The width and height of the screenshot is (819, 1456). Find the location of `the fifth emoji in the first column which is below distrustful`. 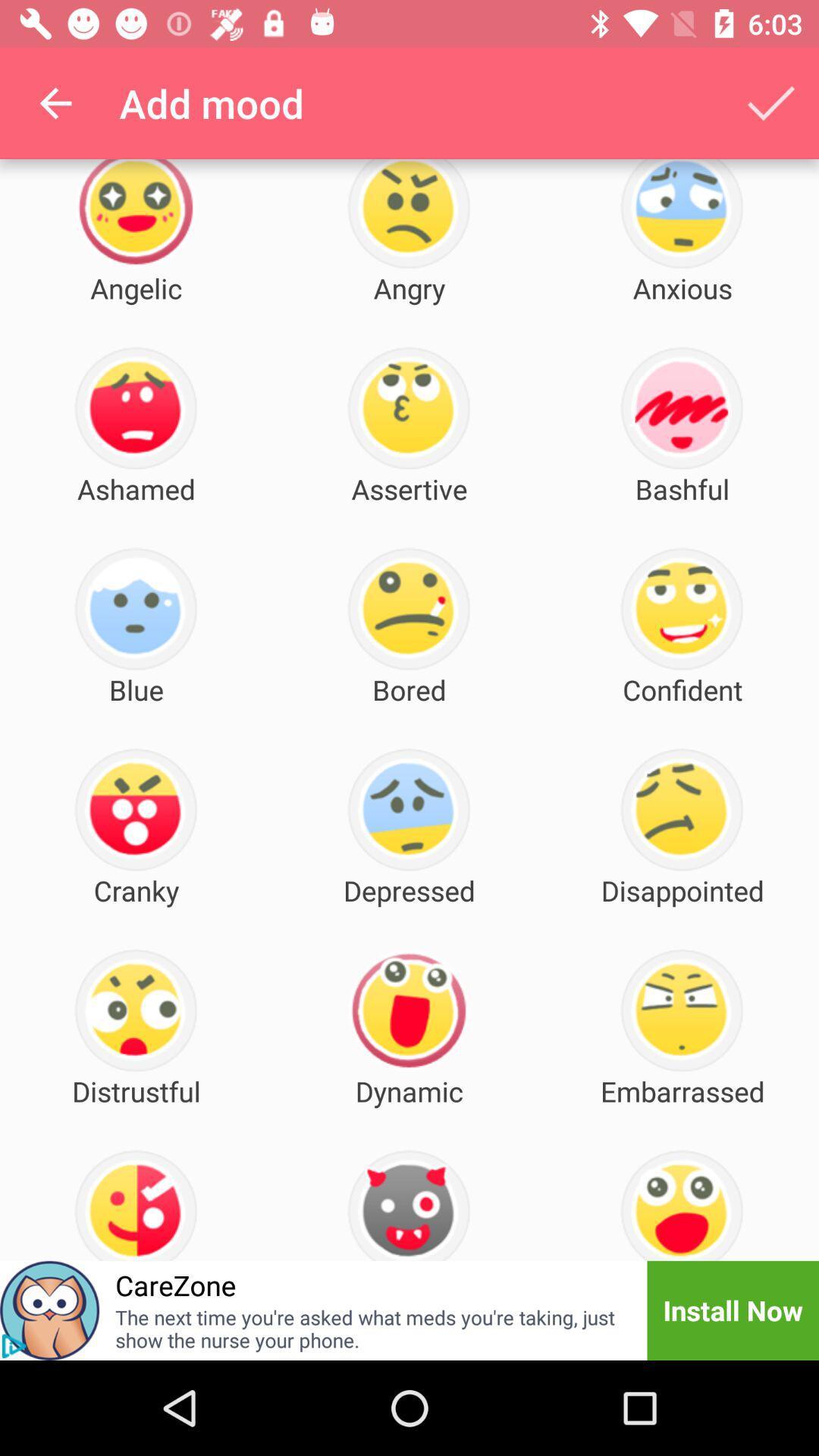

the fifth emoji in the first column which is below distrustful is located at coordinates (135, 1204).